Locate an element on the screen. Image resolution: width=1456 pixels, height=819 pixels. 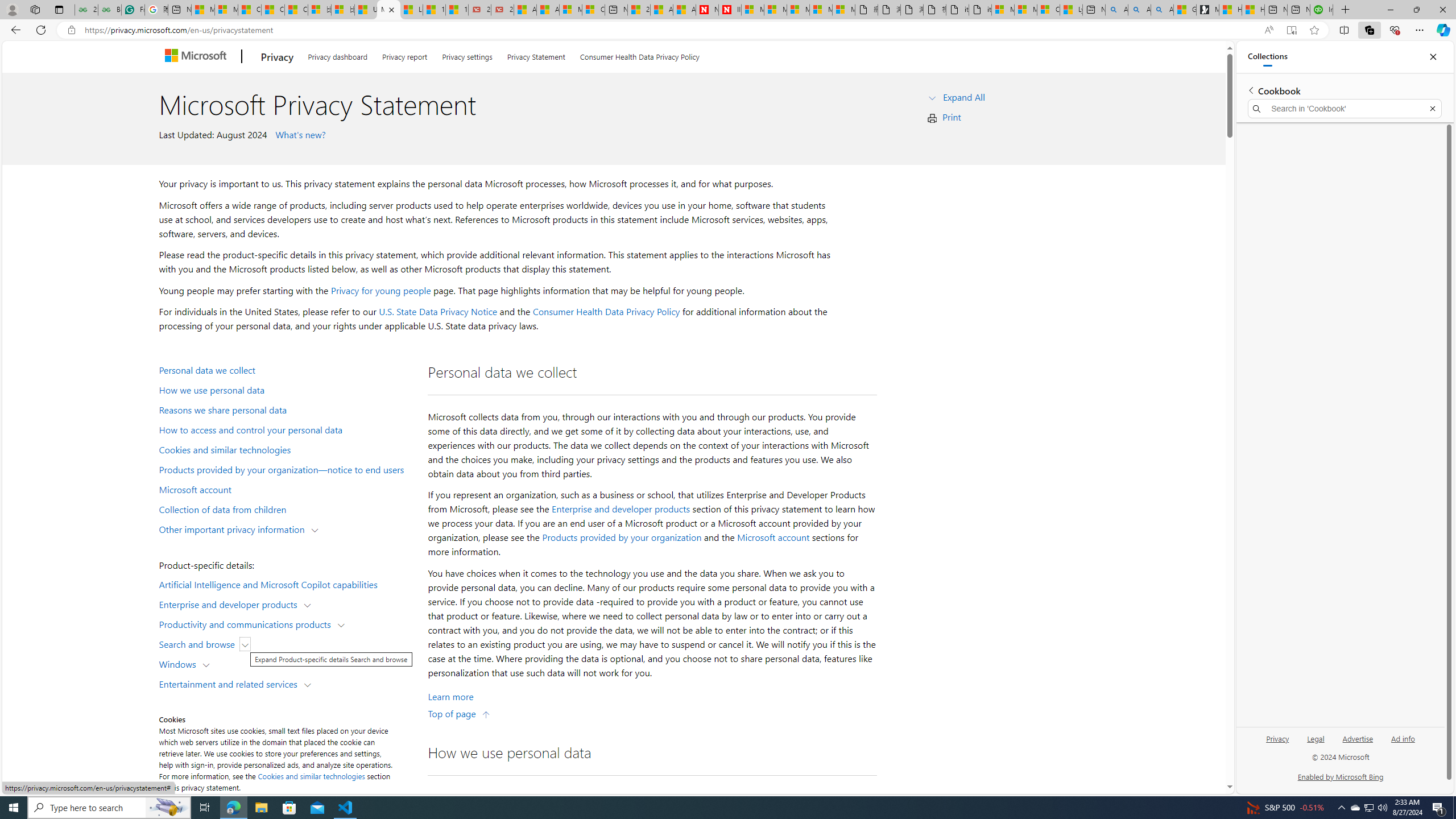
'itconcepthk.com/projector_solutions.mp4' is located at coordinates (979, 9).